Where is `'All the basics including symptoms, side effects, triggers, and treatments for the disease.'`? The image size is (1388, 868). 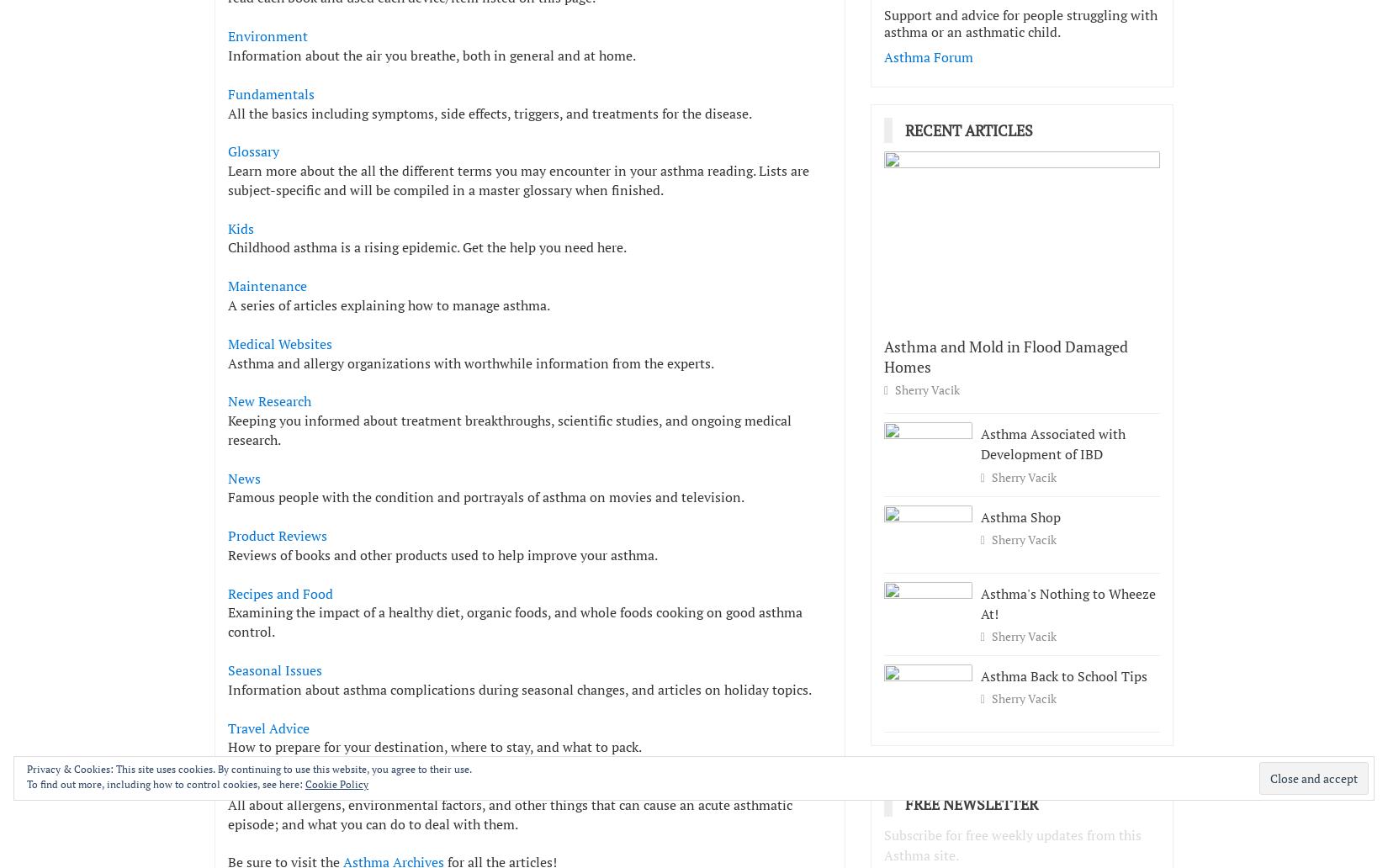
'All the basics including symptoms, side effects, triggers, and treatments for the disease.' is located at coordinates (489, 111).